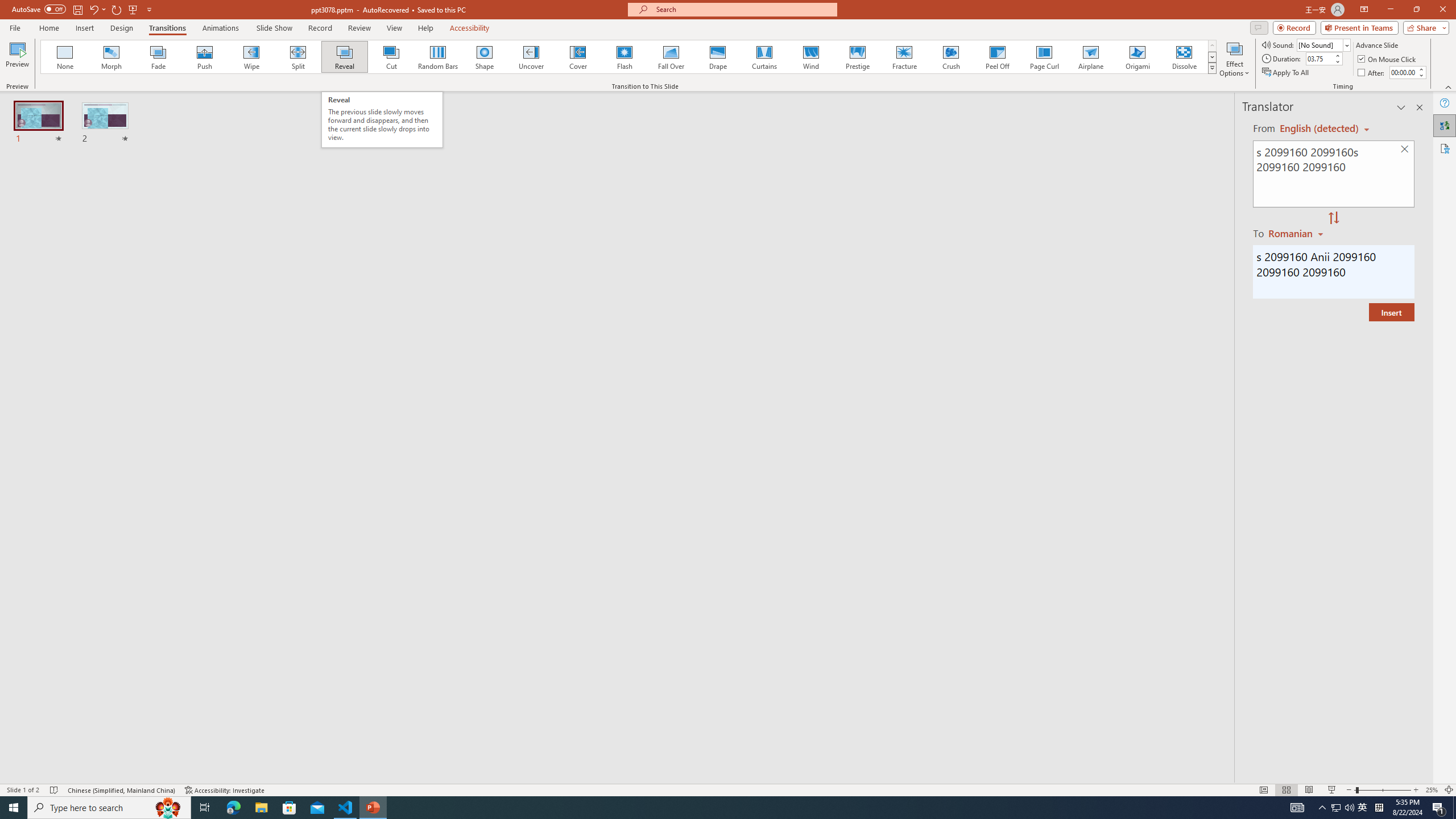  Describe the element at coordinates (1287, 72) in the screenshot. I see `'Apply To All'` at that location.